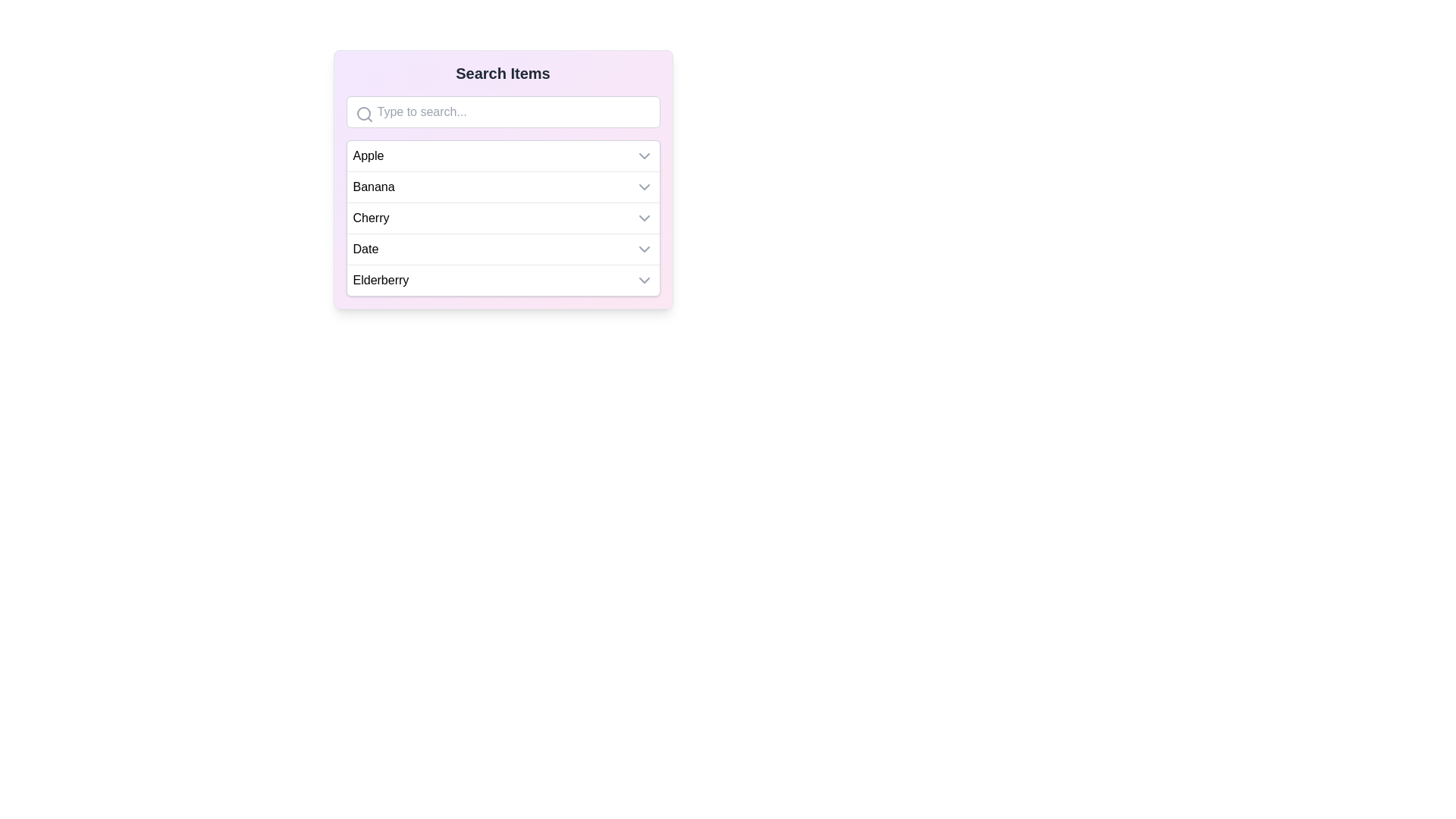 The width and height of the screenshot is (1456, 819). What do you see at coordinates (644, 281) in the screenshot?
I see `the chevron-down icon next to the 'Elderberry' list item` at bounding box center [644, 281].